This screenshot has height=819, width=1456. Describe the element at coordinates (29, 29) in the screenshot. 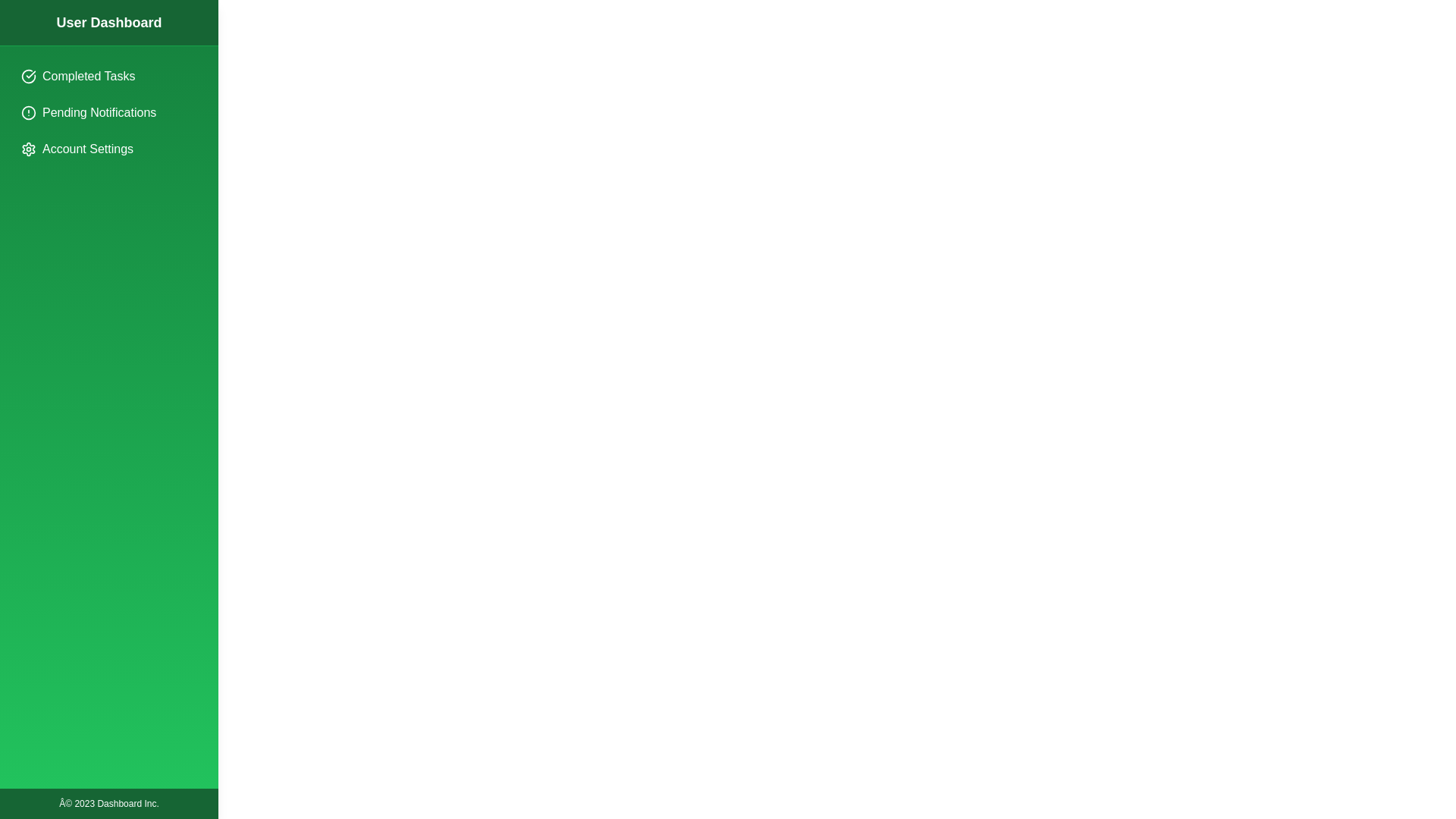

I see `the toggle button located at the top-left corner of the screen to toggle the drawer visibility` at that location.